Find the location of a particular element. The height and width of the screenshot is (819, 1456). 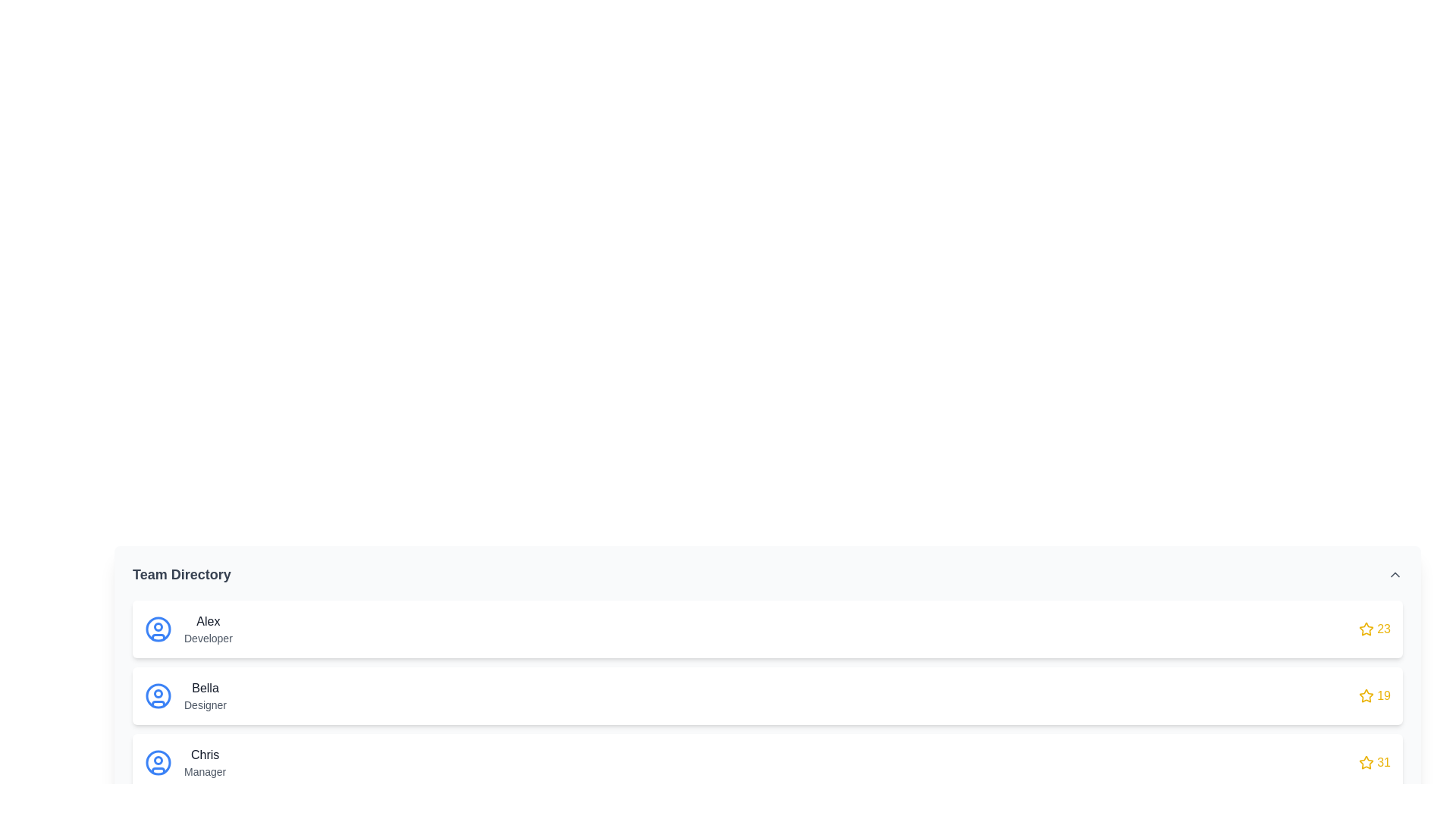

the yellow star-shaped icon with a hollow center, located to the left of the number '31' in the rating display is located at coordinates (1367, 763).